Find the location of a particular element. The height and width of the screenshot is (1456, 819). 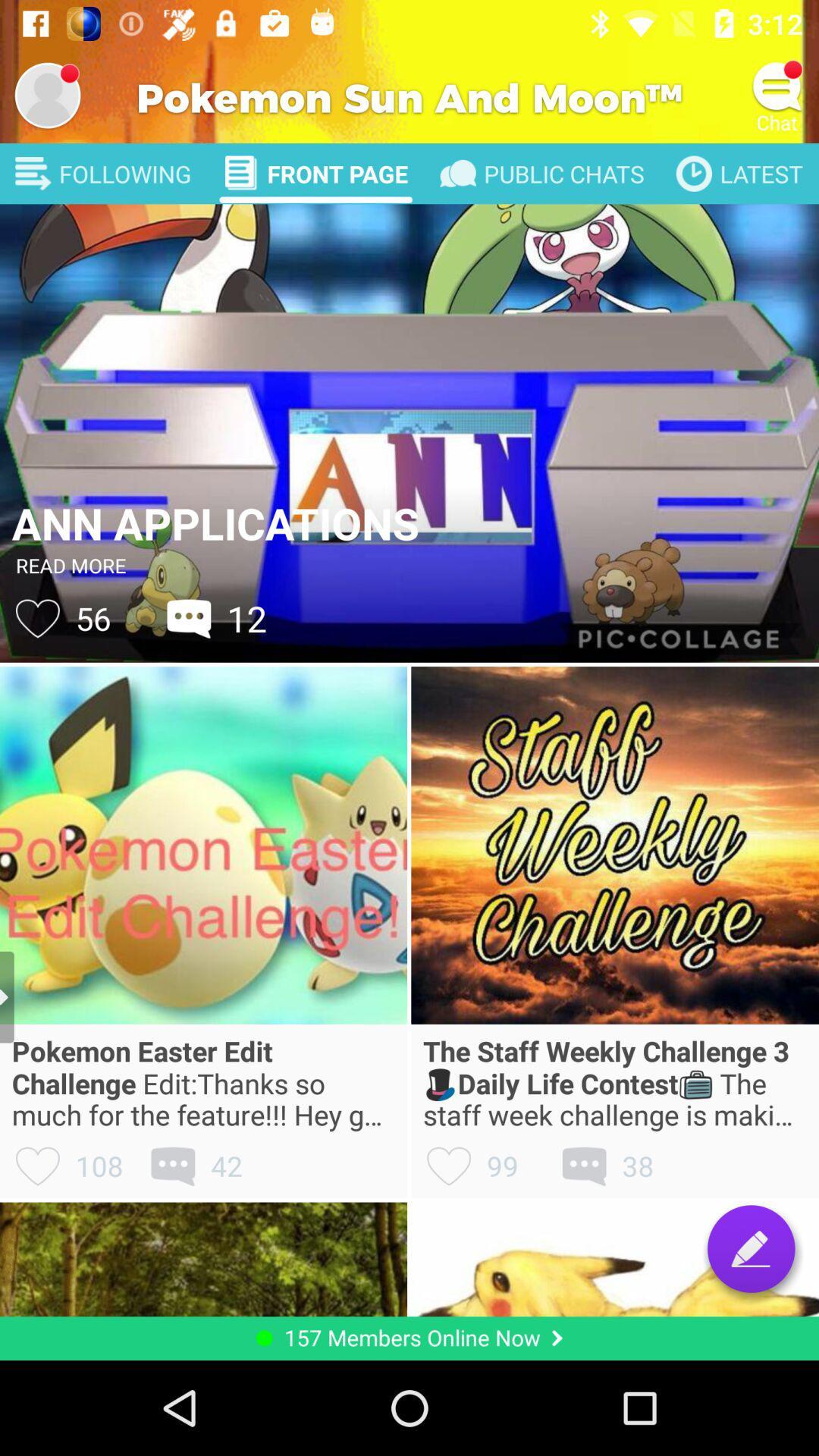

change profile picture is located at coordinates (46, 94).